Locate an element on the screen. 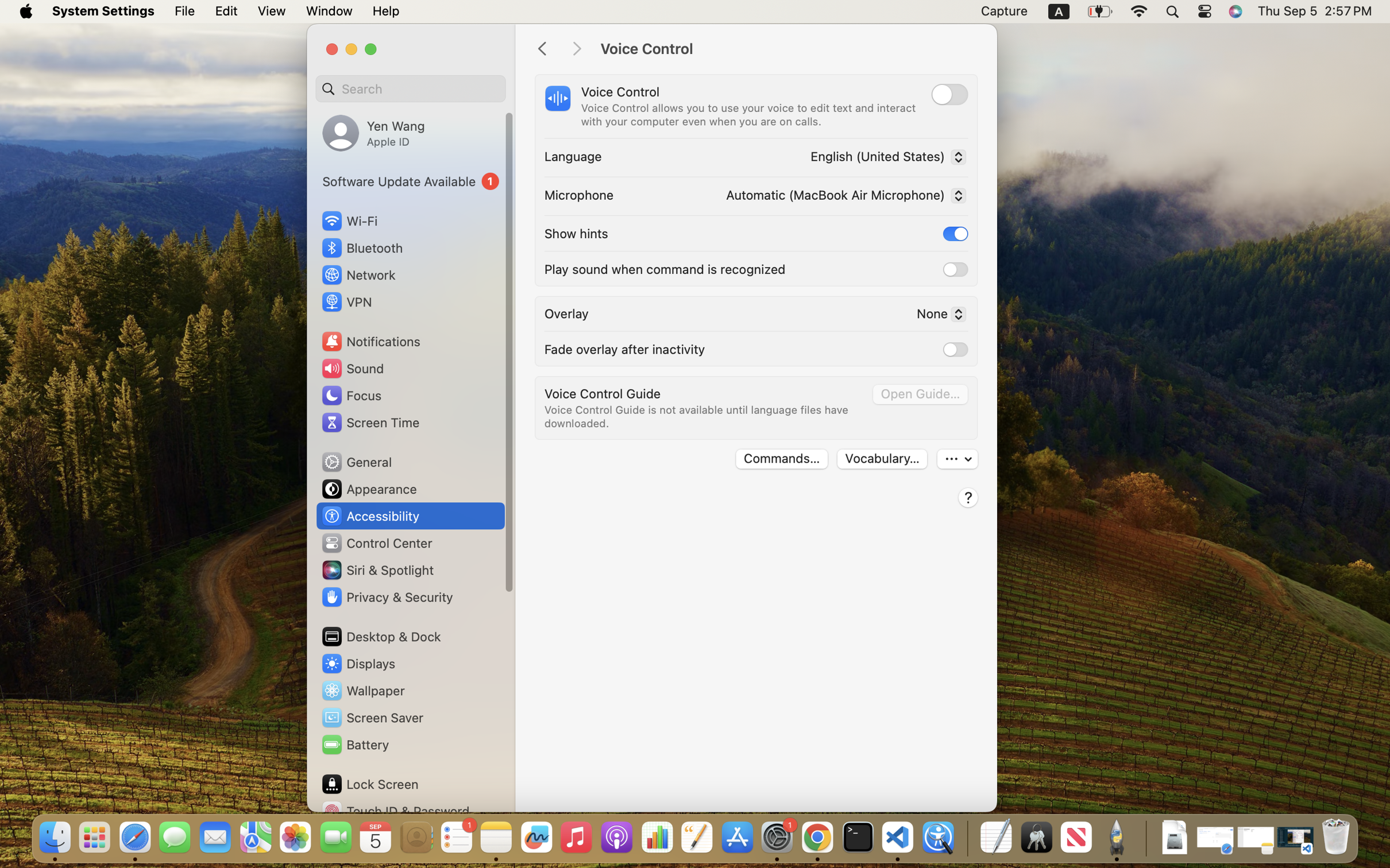  'Notifications' is located at coordinates (370, 340).